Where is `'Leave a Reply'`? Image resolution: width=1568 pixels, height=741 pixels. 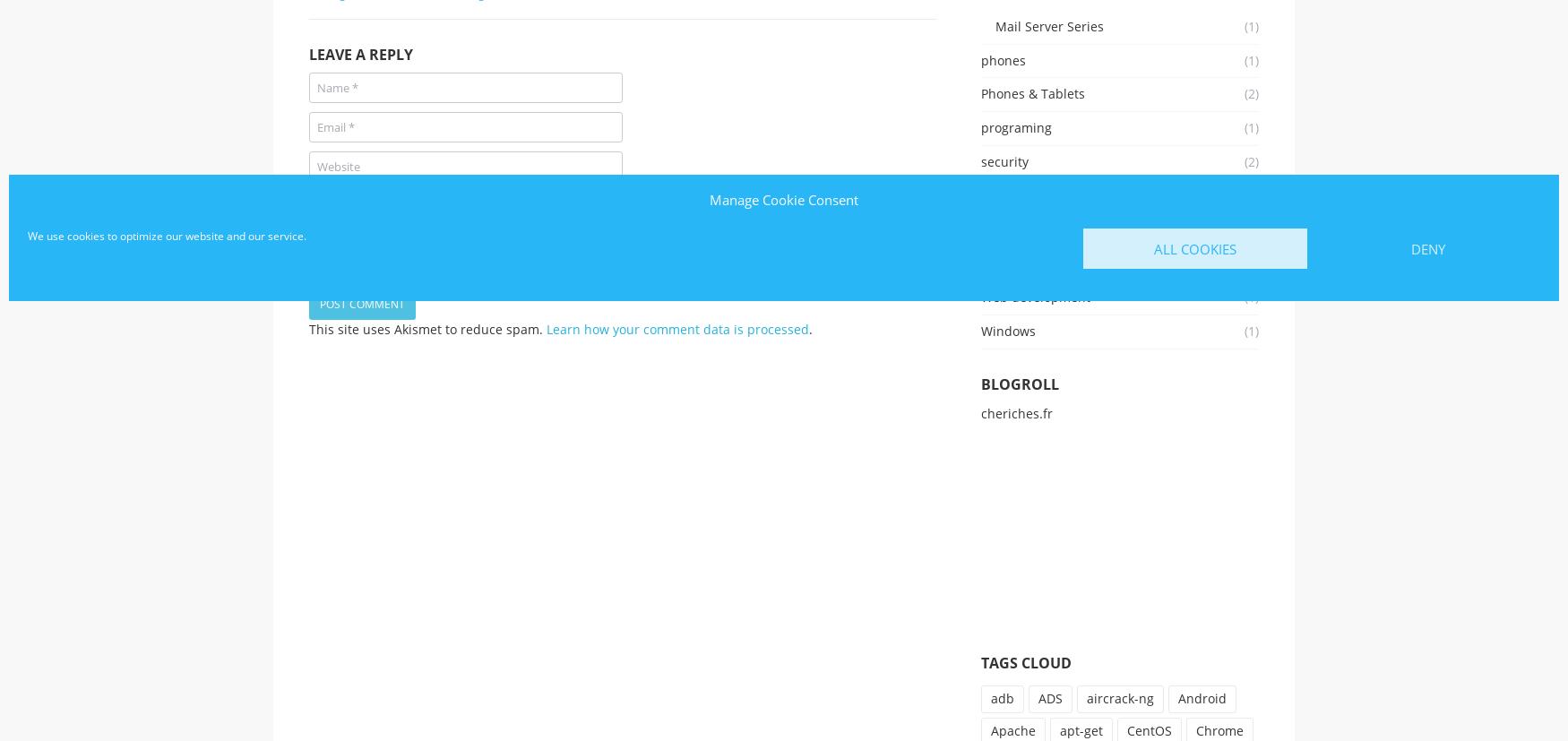 'Leave a Reply' is located at coordinates (360, 53).